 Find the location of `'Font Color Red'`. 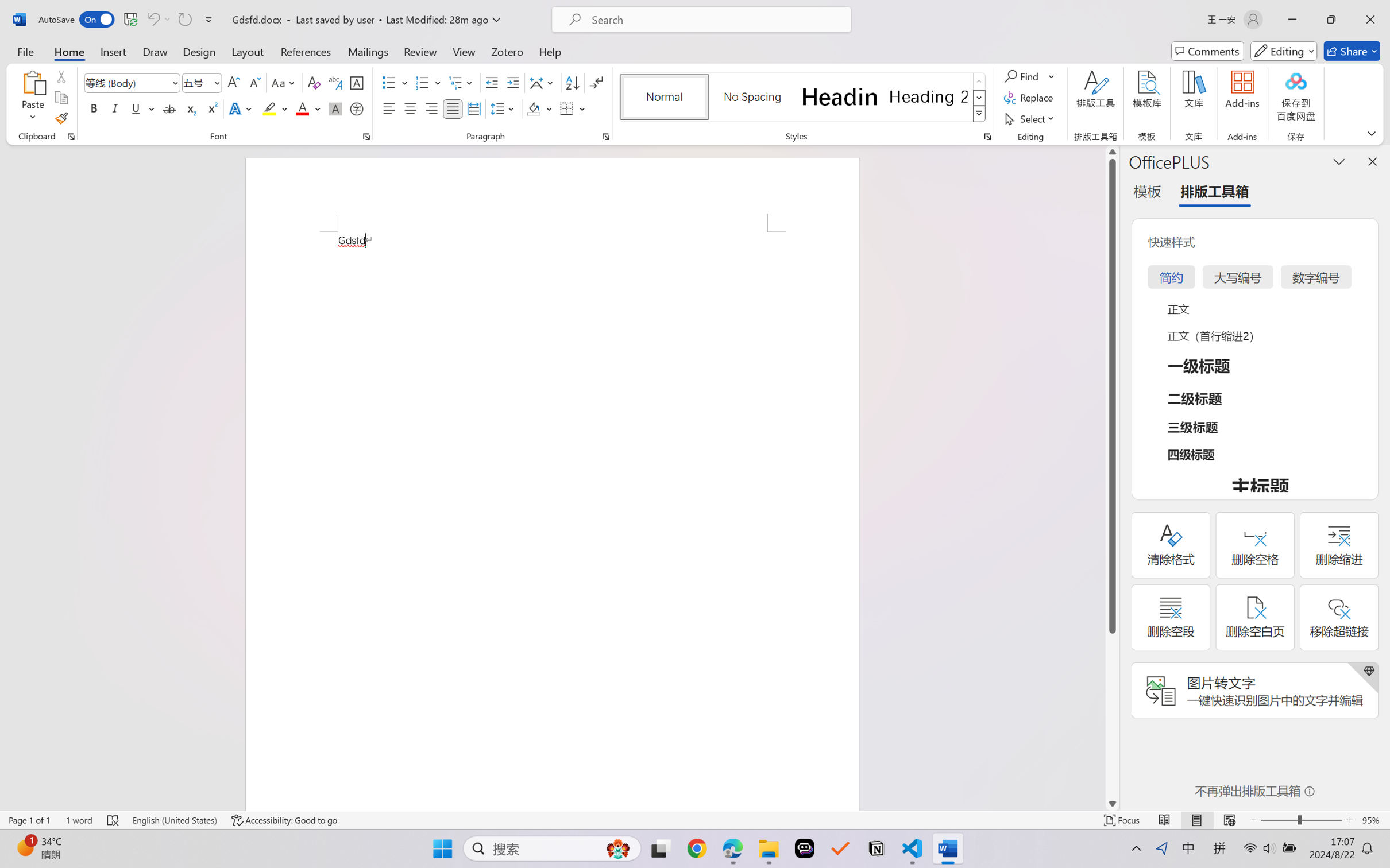

'Font Color Red' is located at coordinates (303, 108).